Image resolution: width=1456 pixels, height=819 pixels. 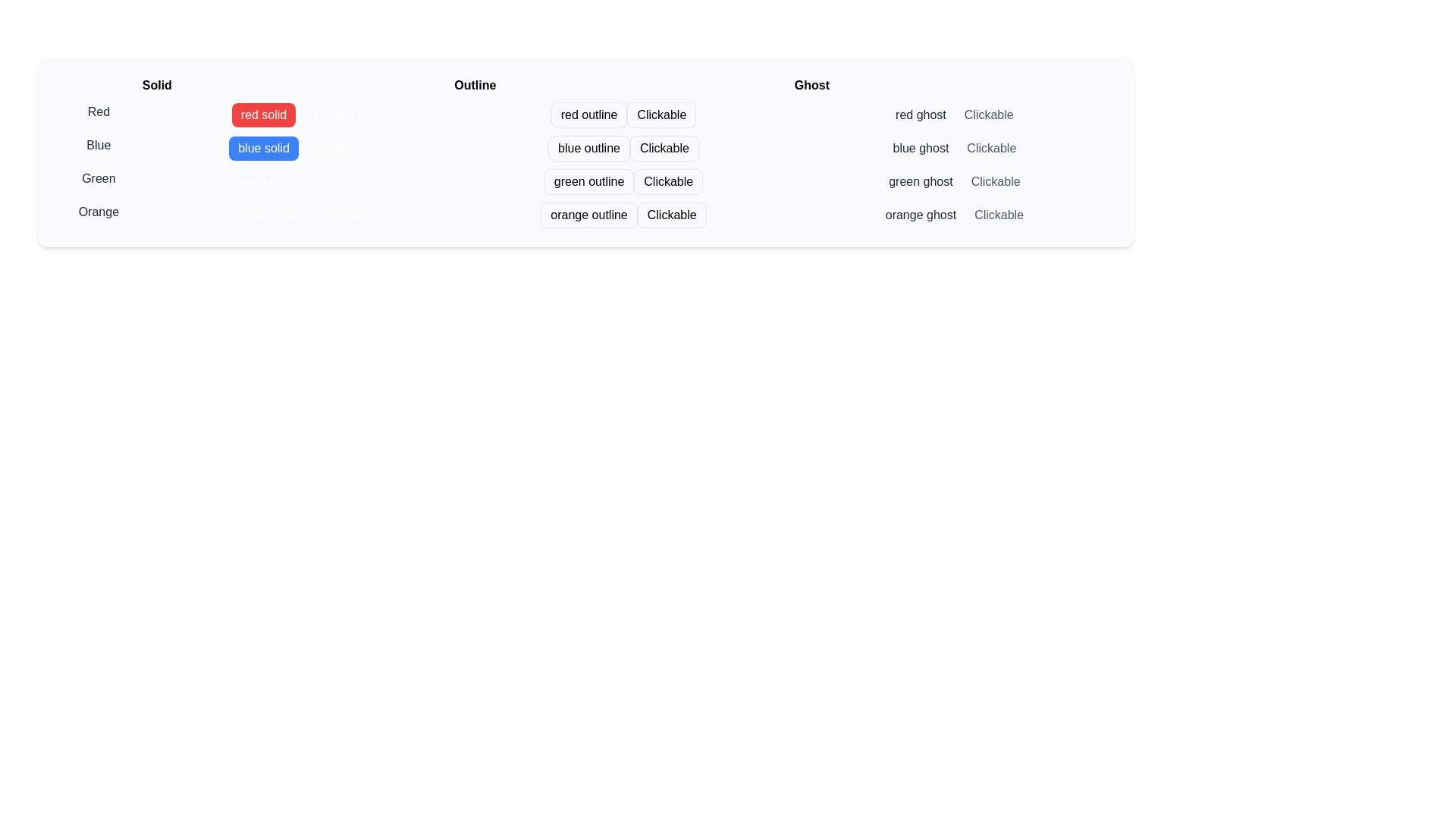 I want to click on the combined text-based label component featuring 'red ghost' and 'Clickable', so click(x=953, y=111).